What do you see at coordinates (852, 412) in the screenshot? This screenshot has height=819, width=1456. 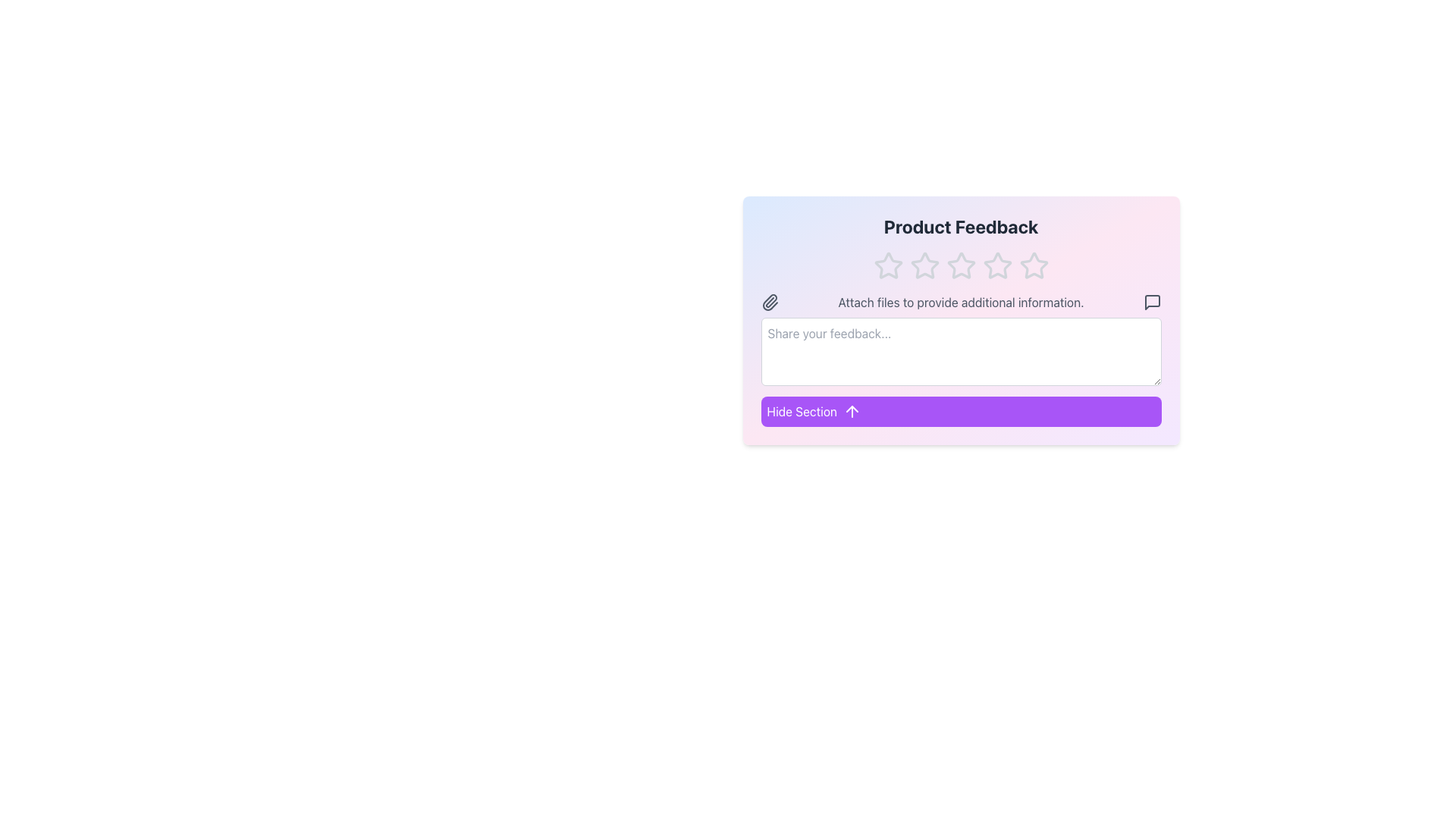 I see `the collapse icon next to the 'Hide Section' label` at bounding box center [852, 412].